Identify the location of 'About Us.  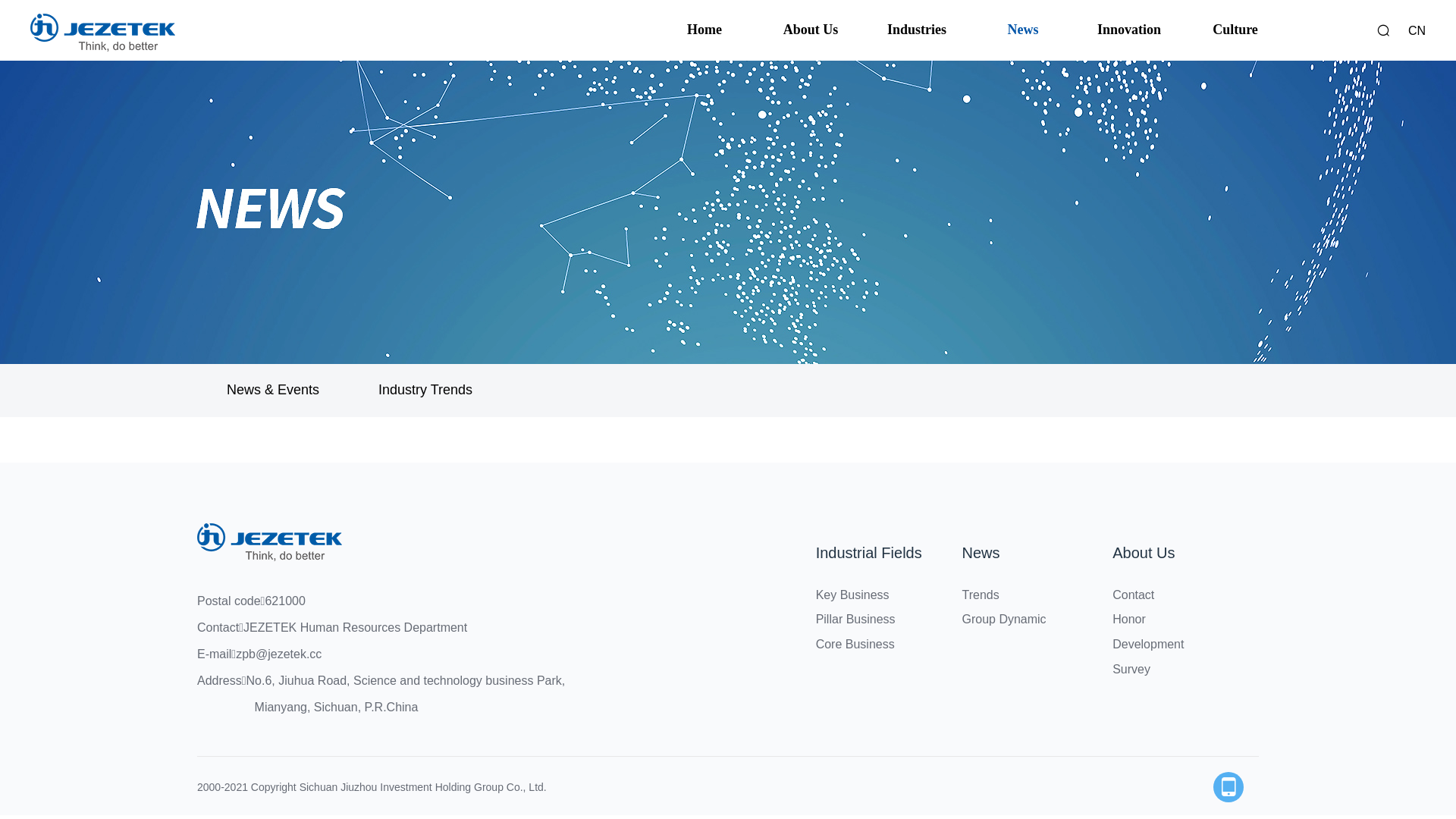
(810, 30).